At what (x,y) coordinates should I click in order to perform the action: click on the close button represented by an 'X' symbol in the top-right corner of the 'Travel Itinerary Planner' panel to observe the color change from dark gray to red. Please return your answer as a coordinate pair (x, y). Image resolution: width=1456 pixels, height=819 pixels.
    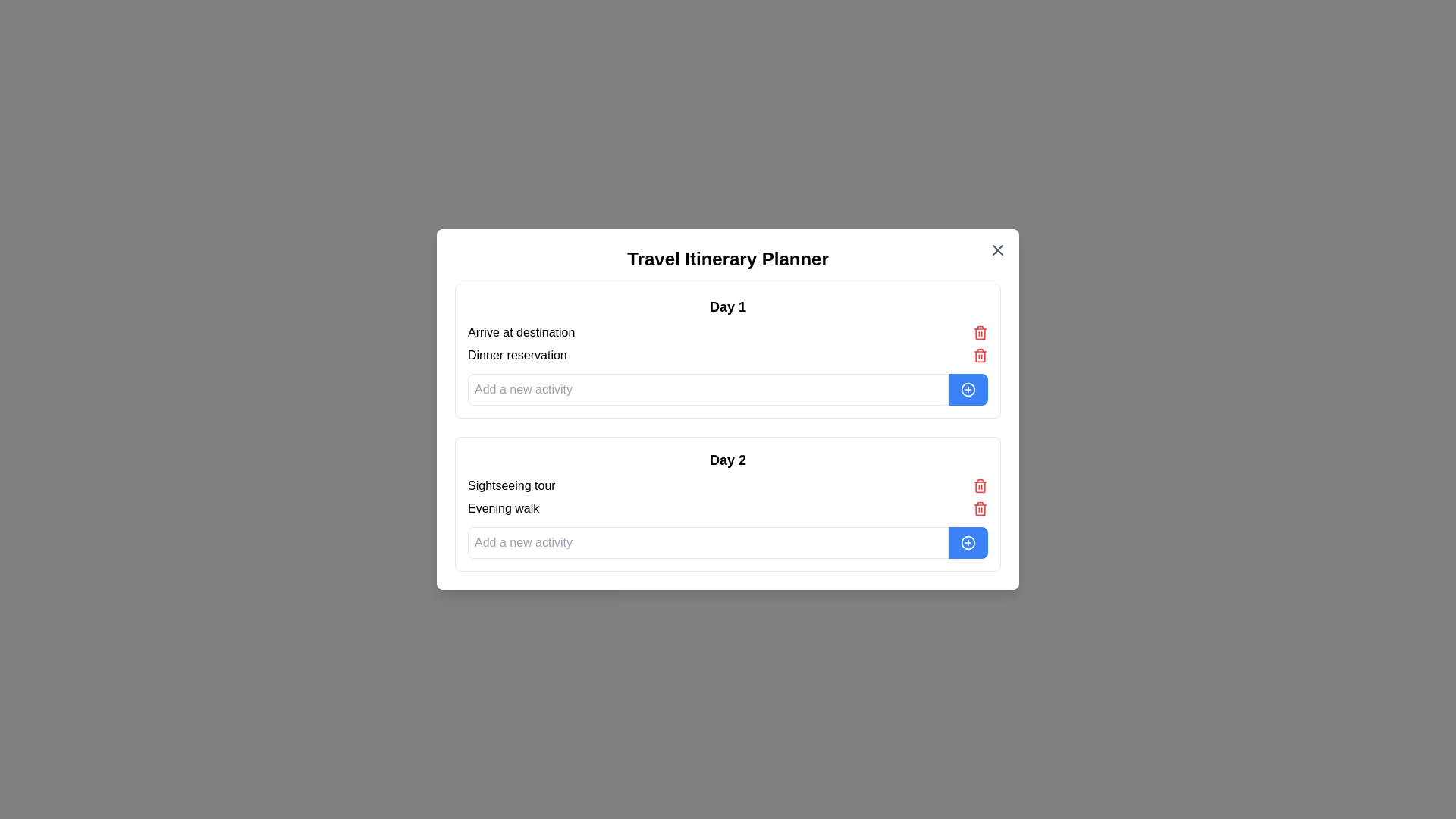
    Looking at the image, I should click on (997, 249).